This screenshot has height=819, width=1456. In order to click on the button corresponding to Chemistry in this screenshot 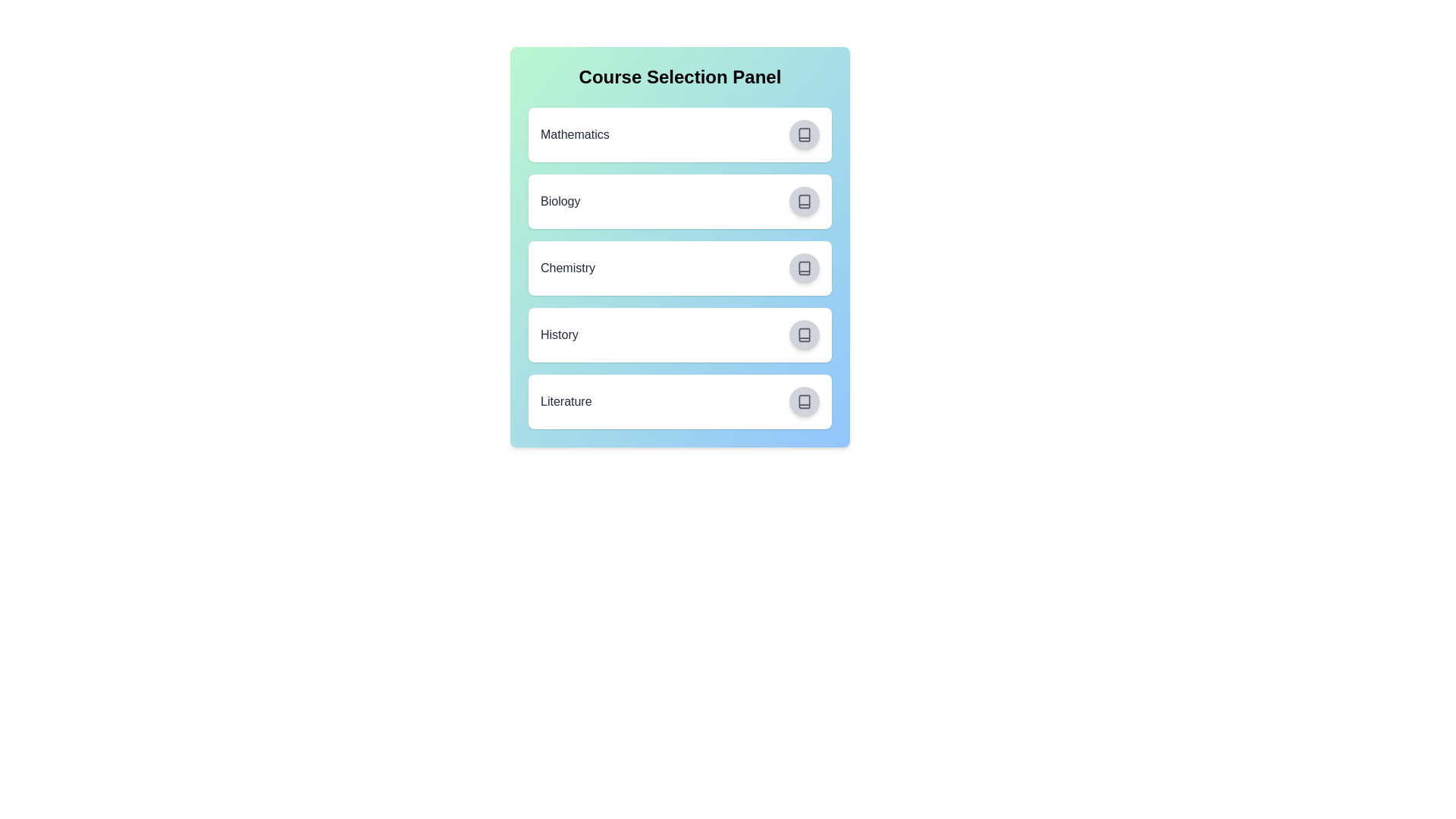, I will do `click(803, 268)`.